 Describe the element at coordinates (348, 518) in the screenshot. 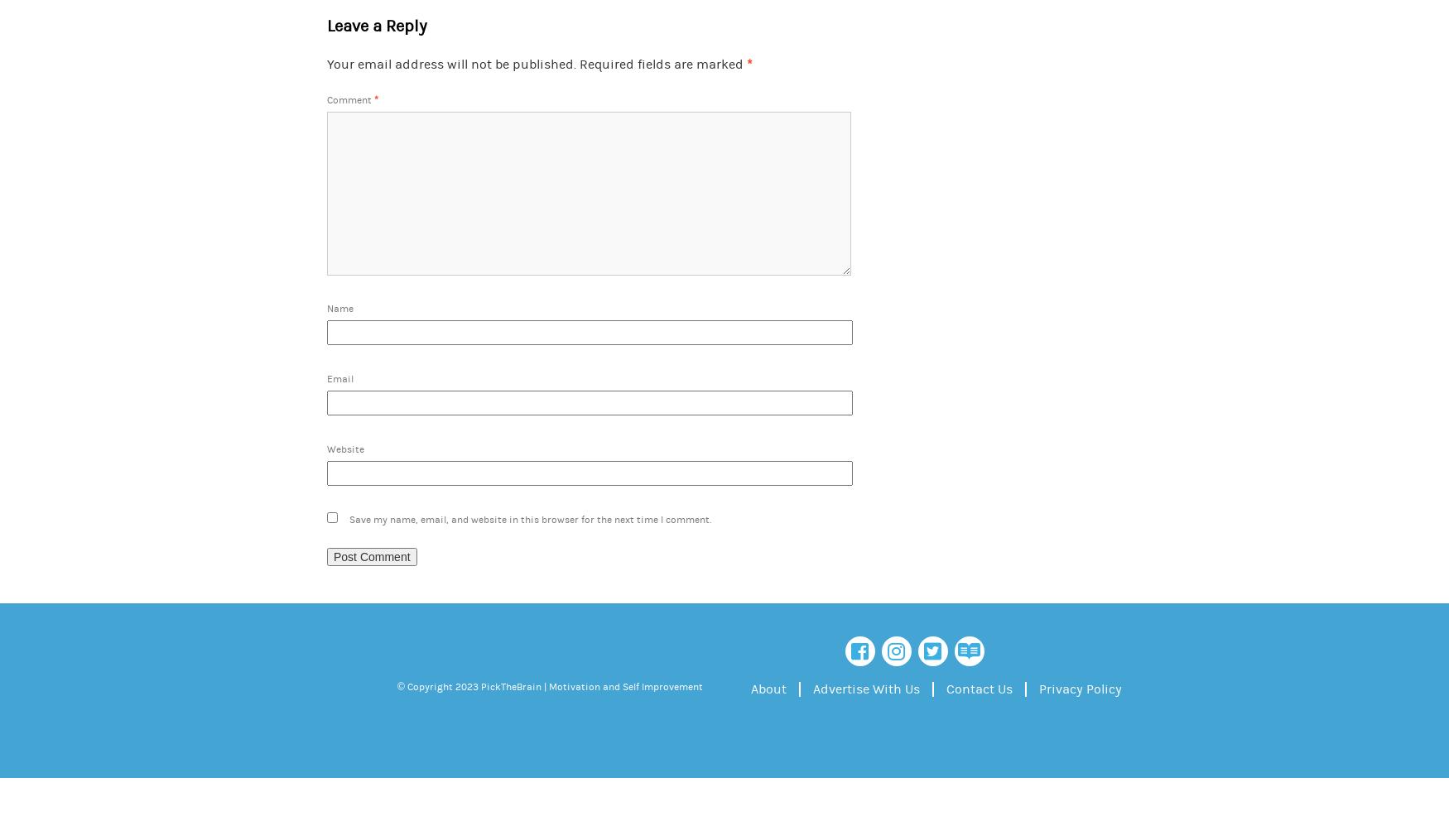

I see `'Save my name, email, and website in this browser for the next time I comment.'` at that location.